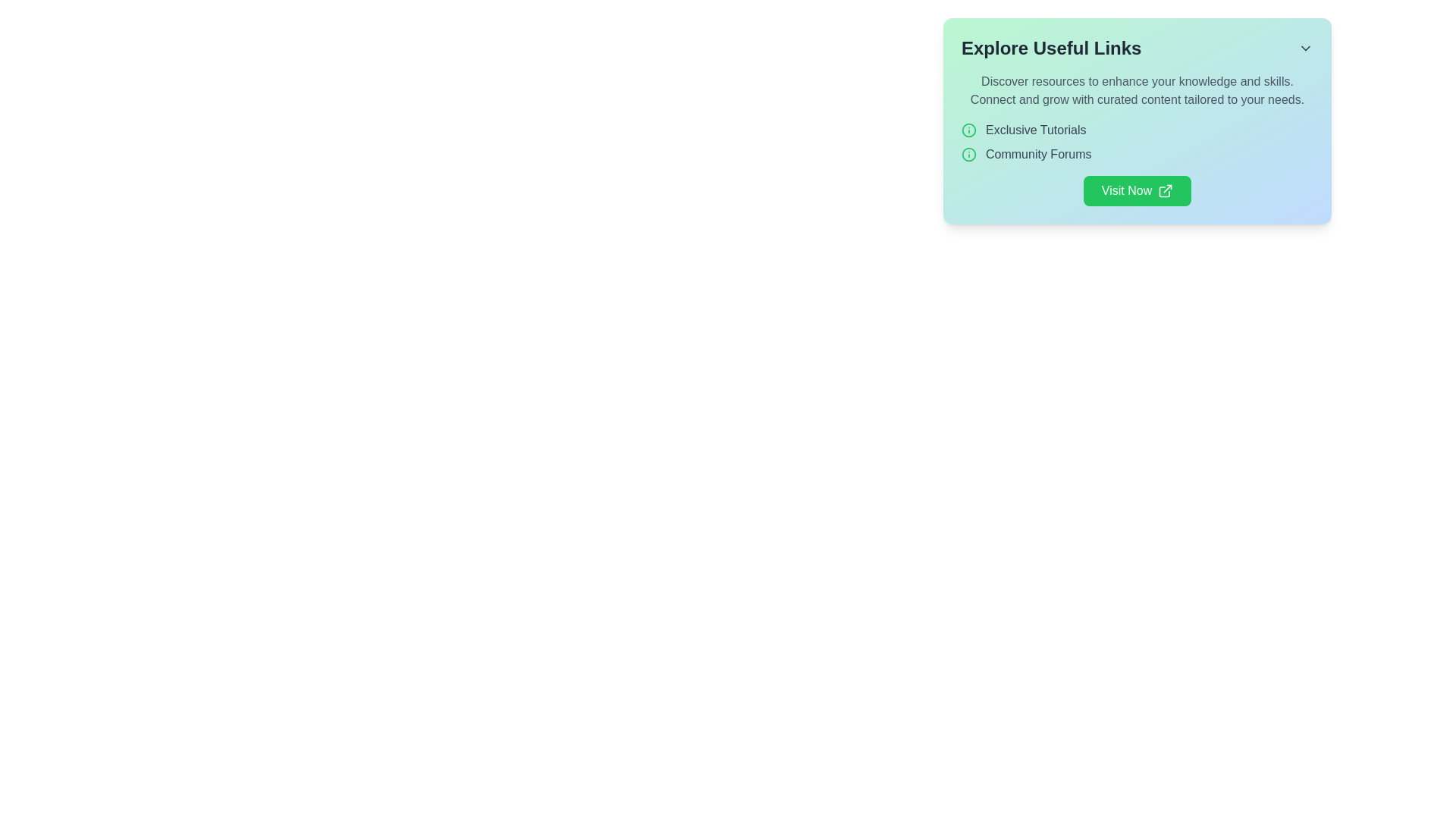 Image resolution: width=1456 pixels, height=819 pixels. Describe the element at coordinates (1137, 190) in the screenshot. I see `the 'Visit Now' button with a green background and white text, located at the bottom-right corner of the 'Explore Useful Links' section` at that location.